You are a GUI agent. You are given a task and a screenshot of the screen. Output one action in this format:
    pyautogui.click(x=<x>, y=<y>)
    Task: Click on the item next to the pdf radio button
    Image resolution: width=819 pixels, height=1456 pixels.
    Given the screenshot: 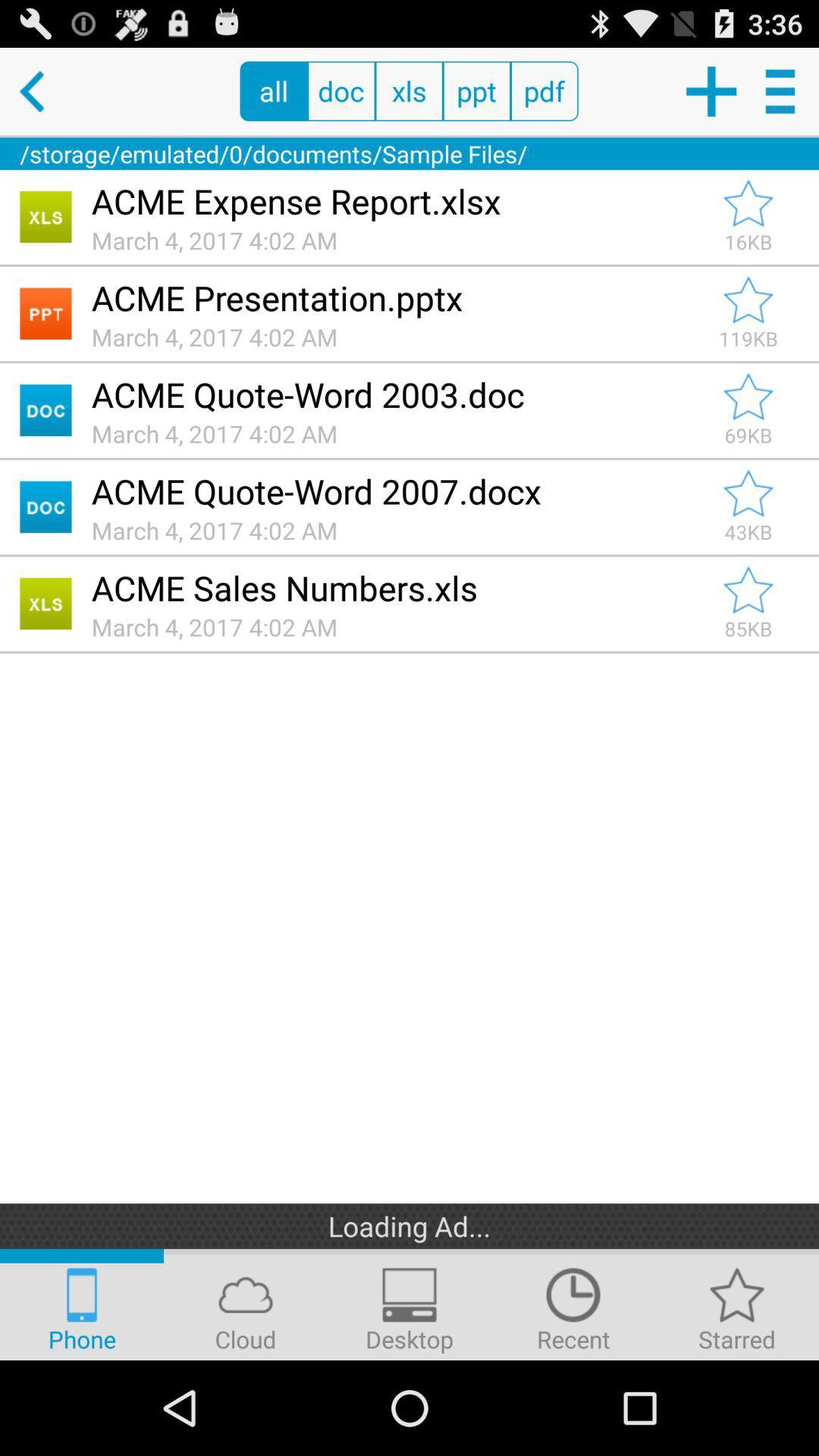 What is the action you would take?
    pyautogui.click(x=711, y=90)
    